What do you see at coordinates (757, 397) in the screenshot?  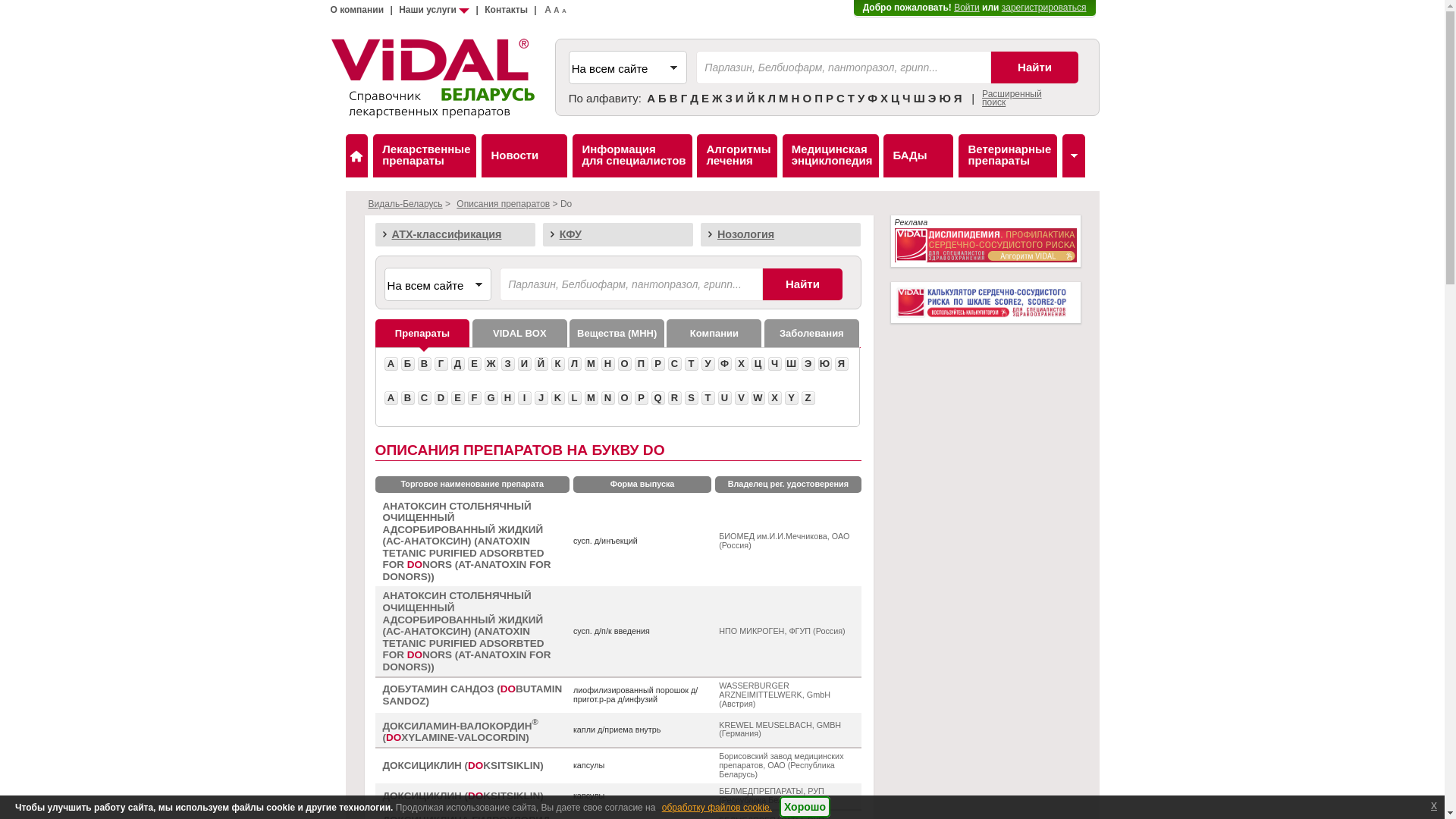 I see `'W'` at bounding box center [757, 397].